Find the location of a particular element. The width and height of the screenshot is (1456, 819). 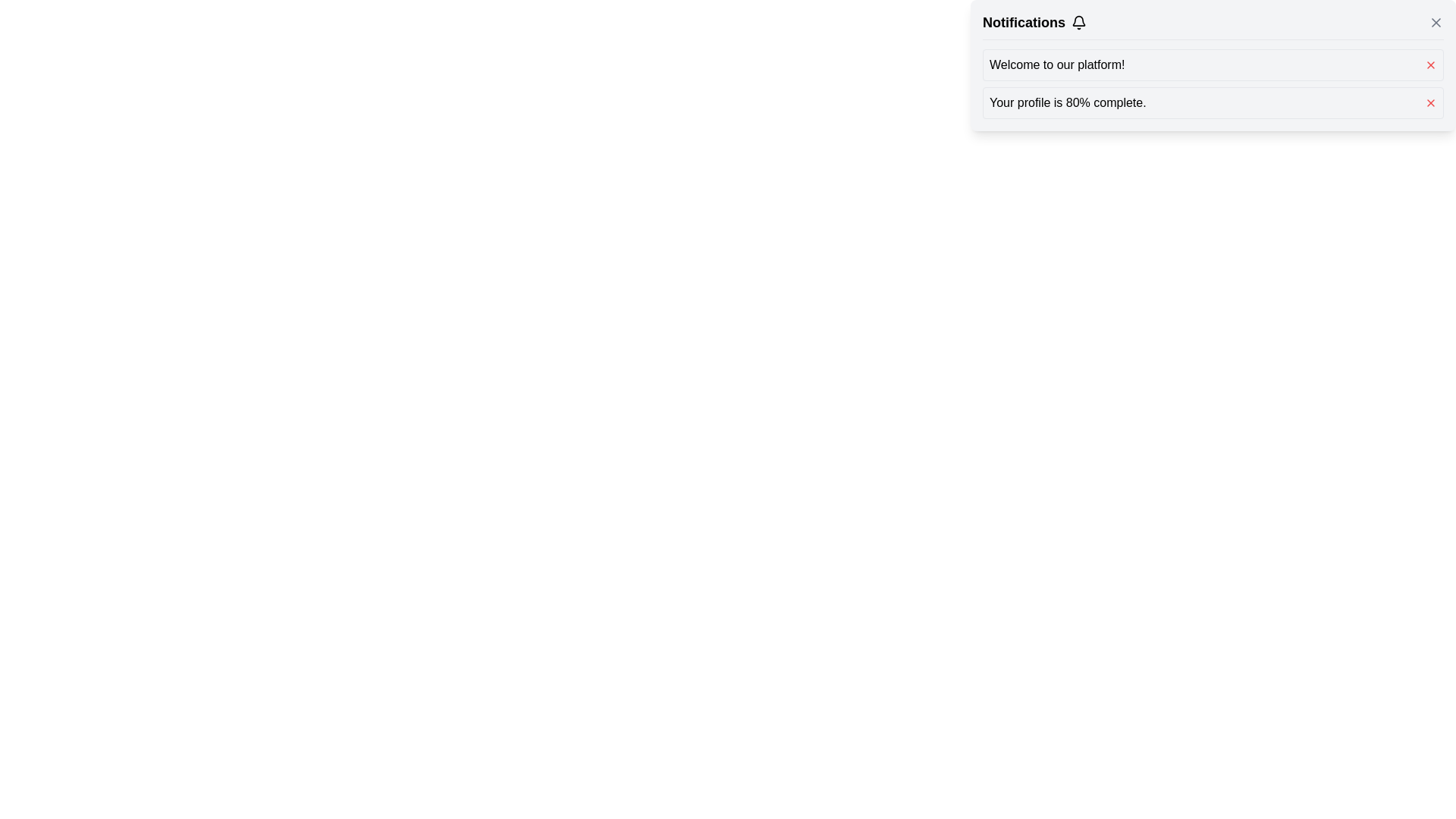

the close button for the notification, located on the far right next to the text 'Your profile is 80% complete' is located at coordinates (1429, 102).